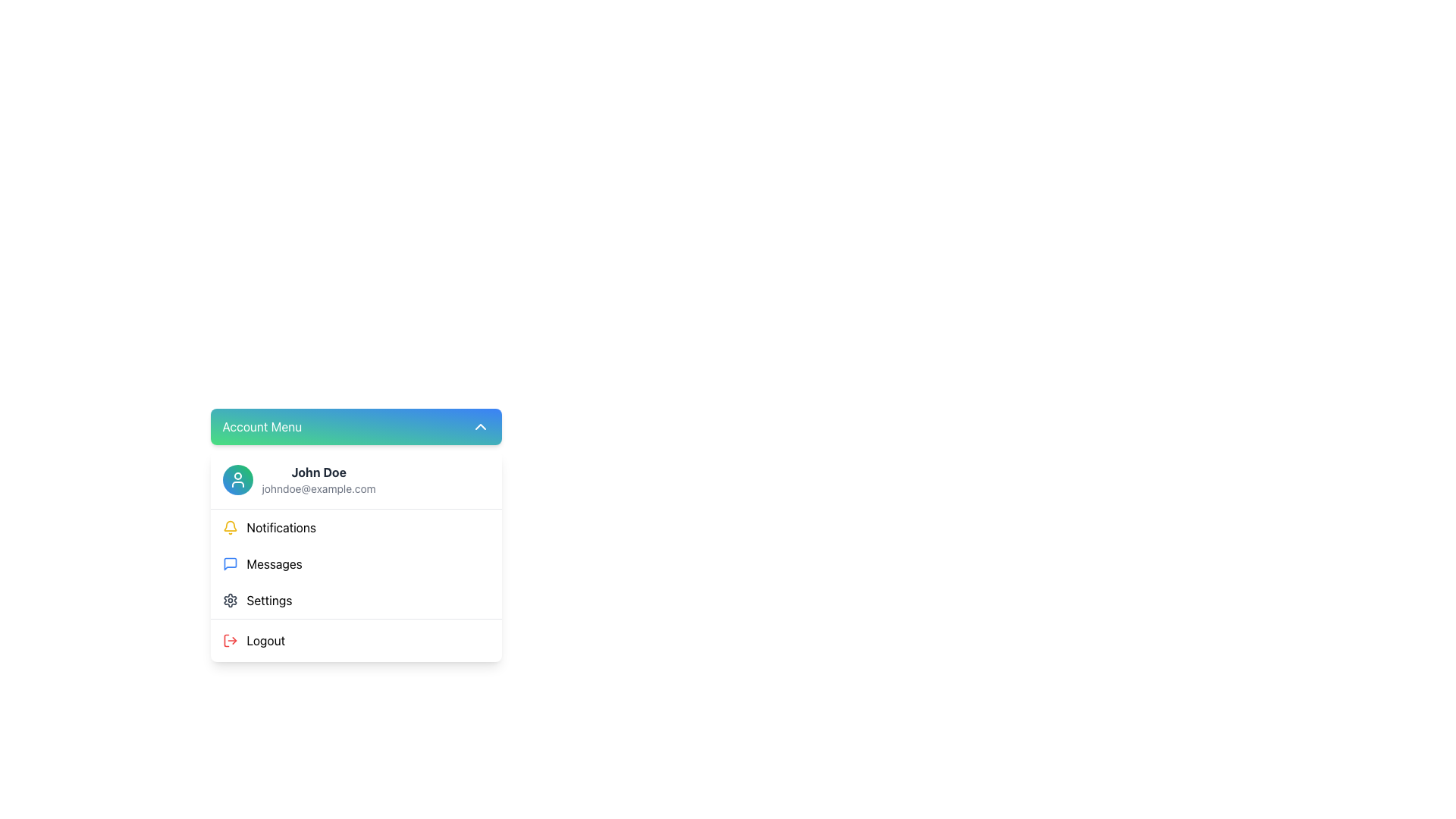 The width and height of the screenshot is (1456, 819). Describe the element at coordinates (229, 599) in the screenshot. I see `the 'Settings' icon in the account menu, which is the leftmost icon associated with configuration options, positioned fourth from the top in the vertical list of options` at that location.